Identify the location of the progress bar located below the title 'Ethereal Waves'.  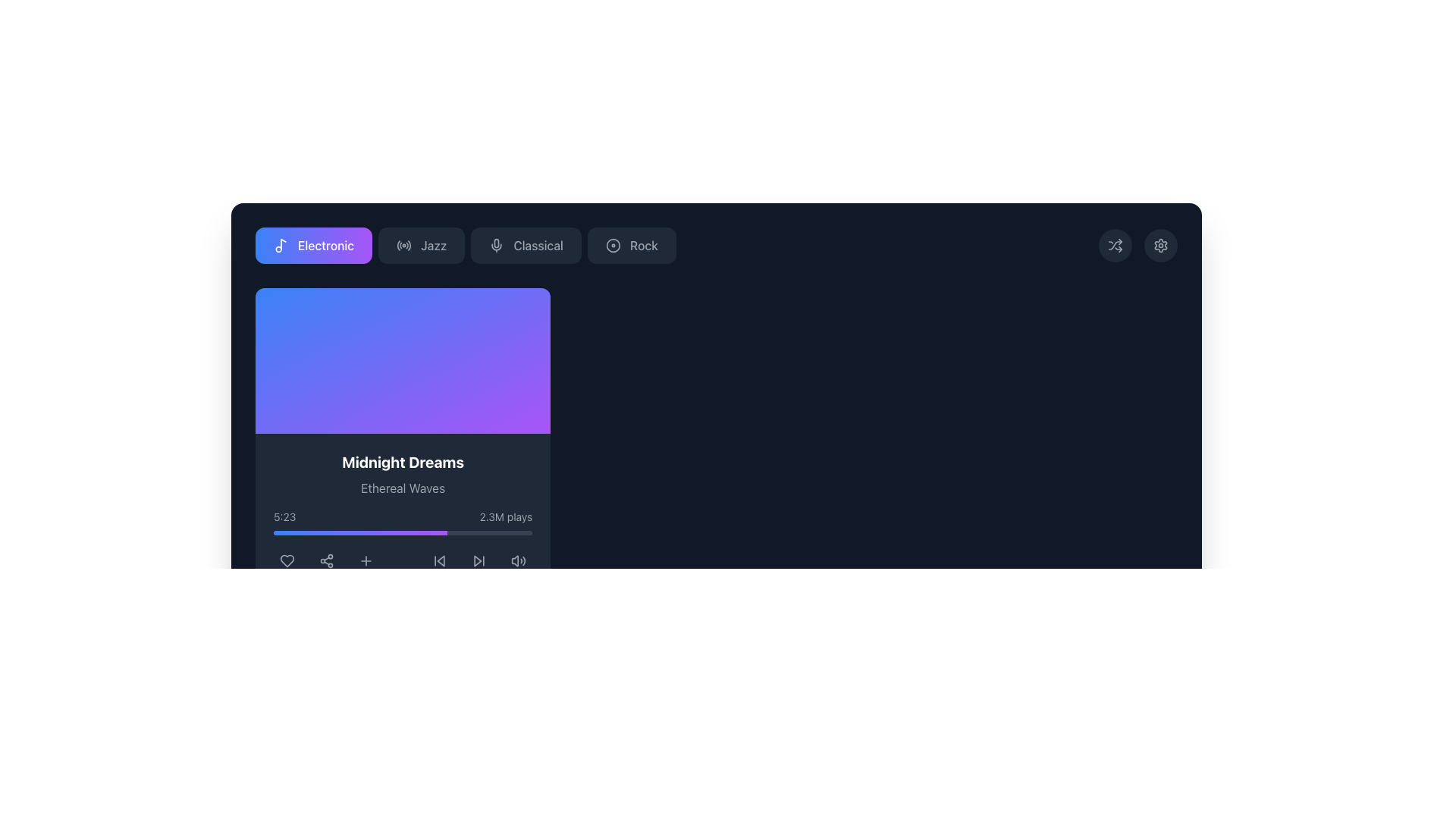
(403, 522).